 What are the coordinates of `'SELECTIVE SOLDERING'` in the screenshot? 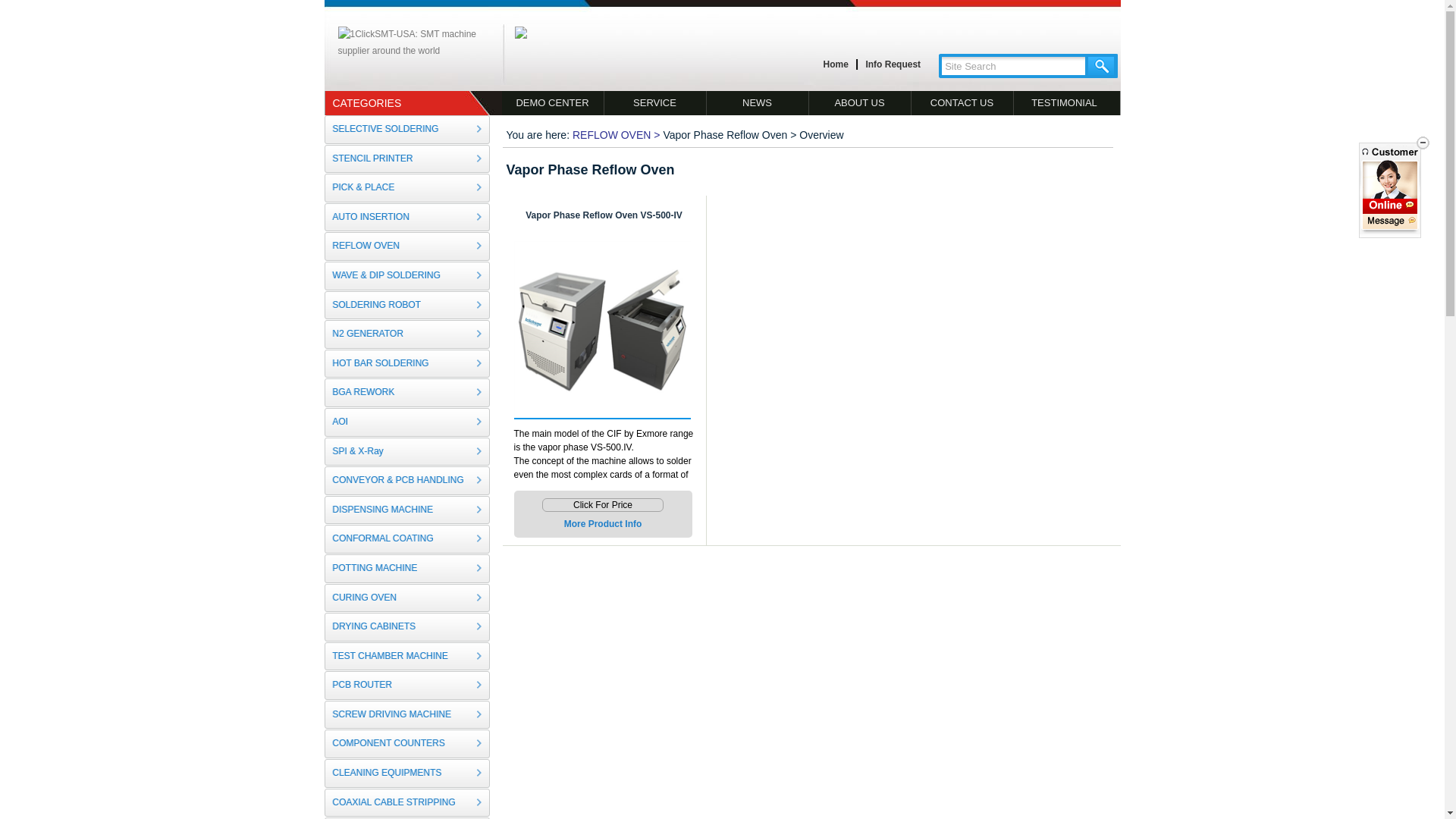 It's located at (407, 128).